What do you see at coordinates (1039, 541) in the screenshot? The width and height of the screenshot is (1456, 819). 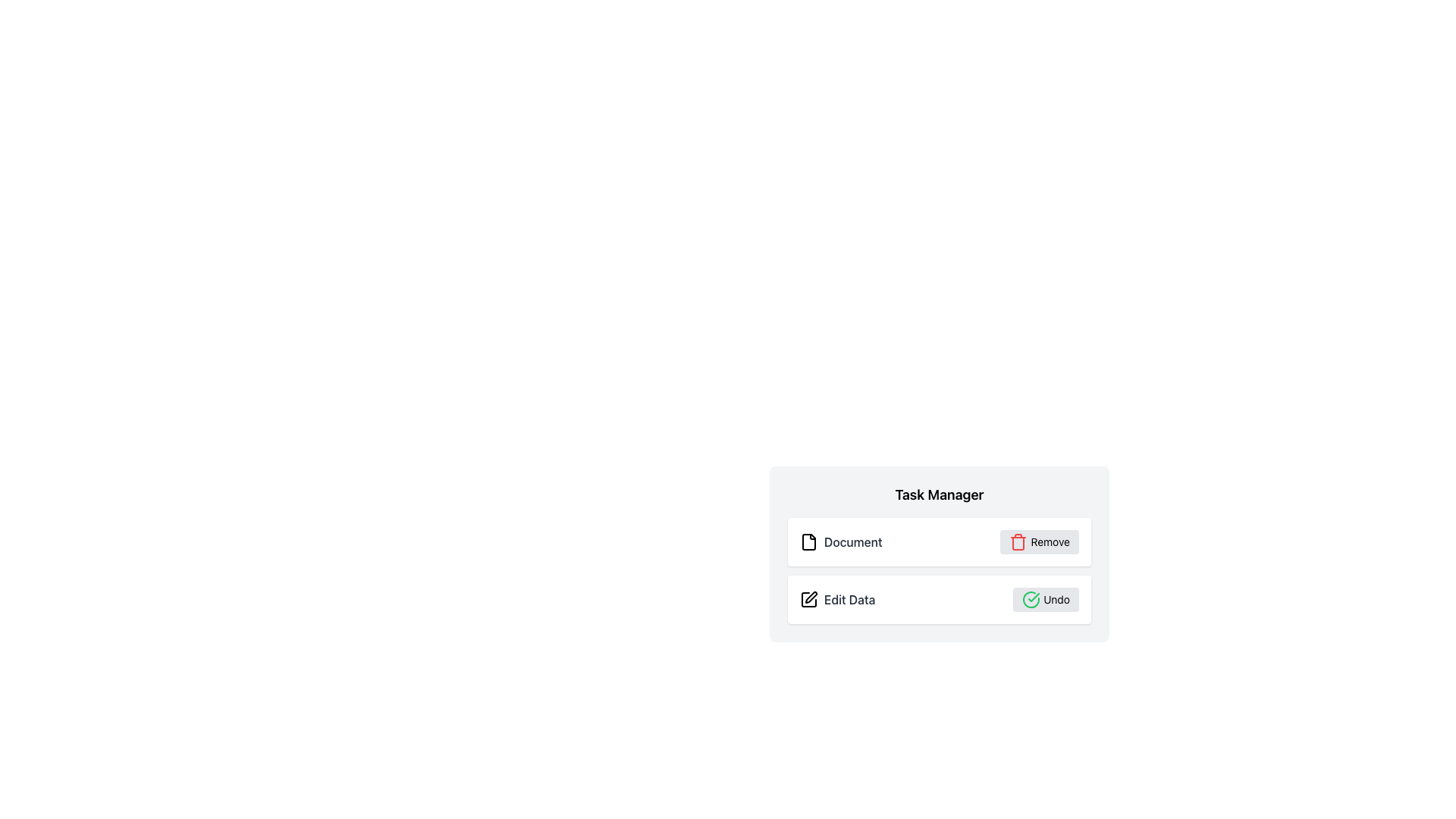 I see `the functional button located to the right of the text 'Document'` at bounding box center [1039, 541].